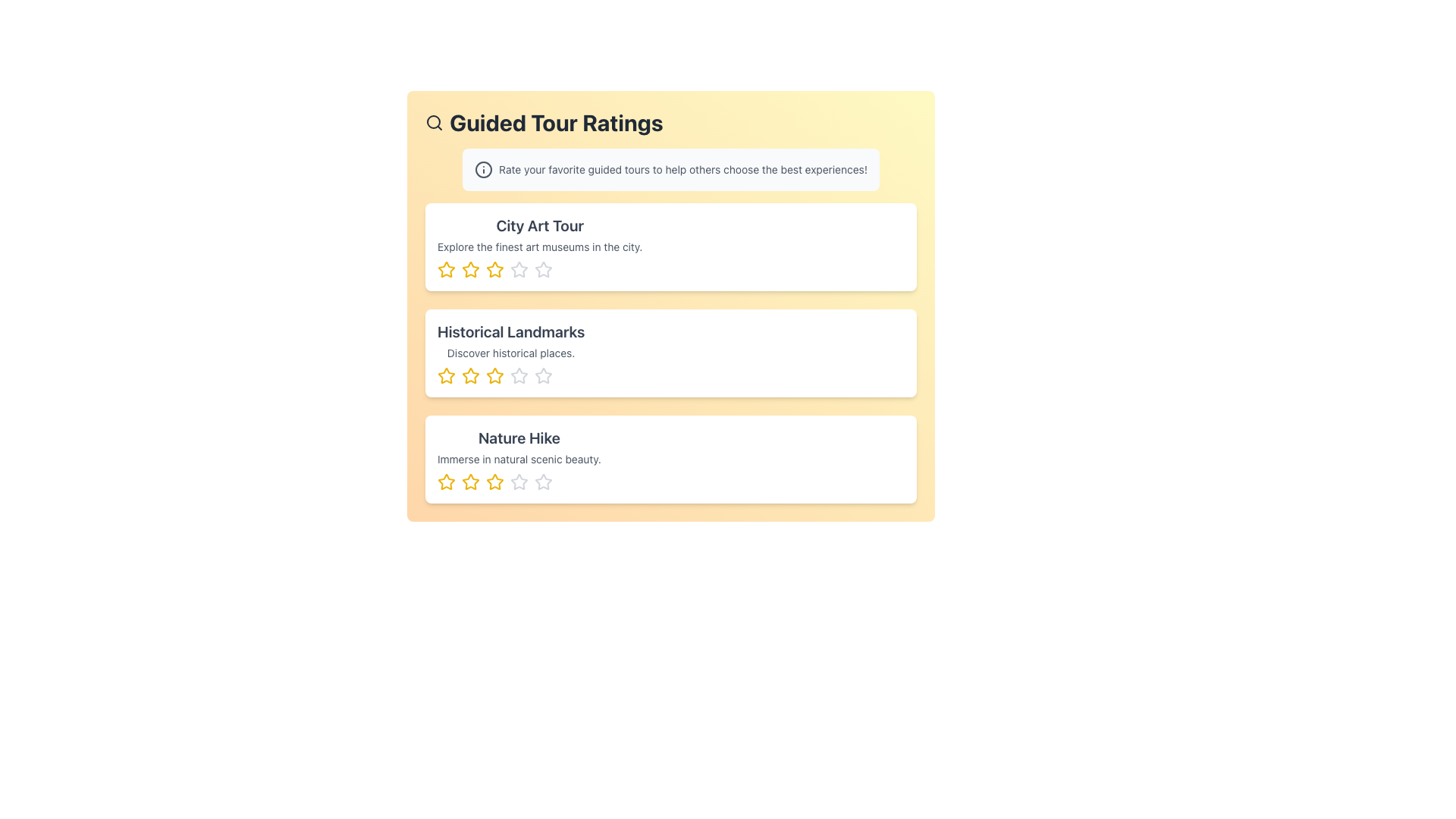 This screenshot has height=819, width=1456. Describe the element at coordinates (540, 246) in the screenshot. I see `the text label that reads 'Explore the finest art museums in the city.' which is located below the 'City Art Tour' title and above the star ratings` at that location.